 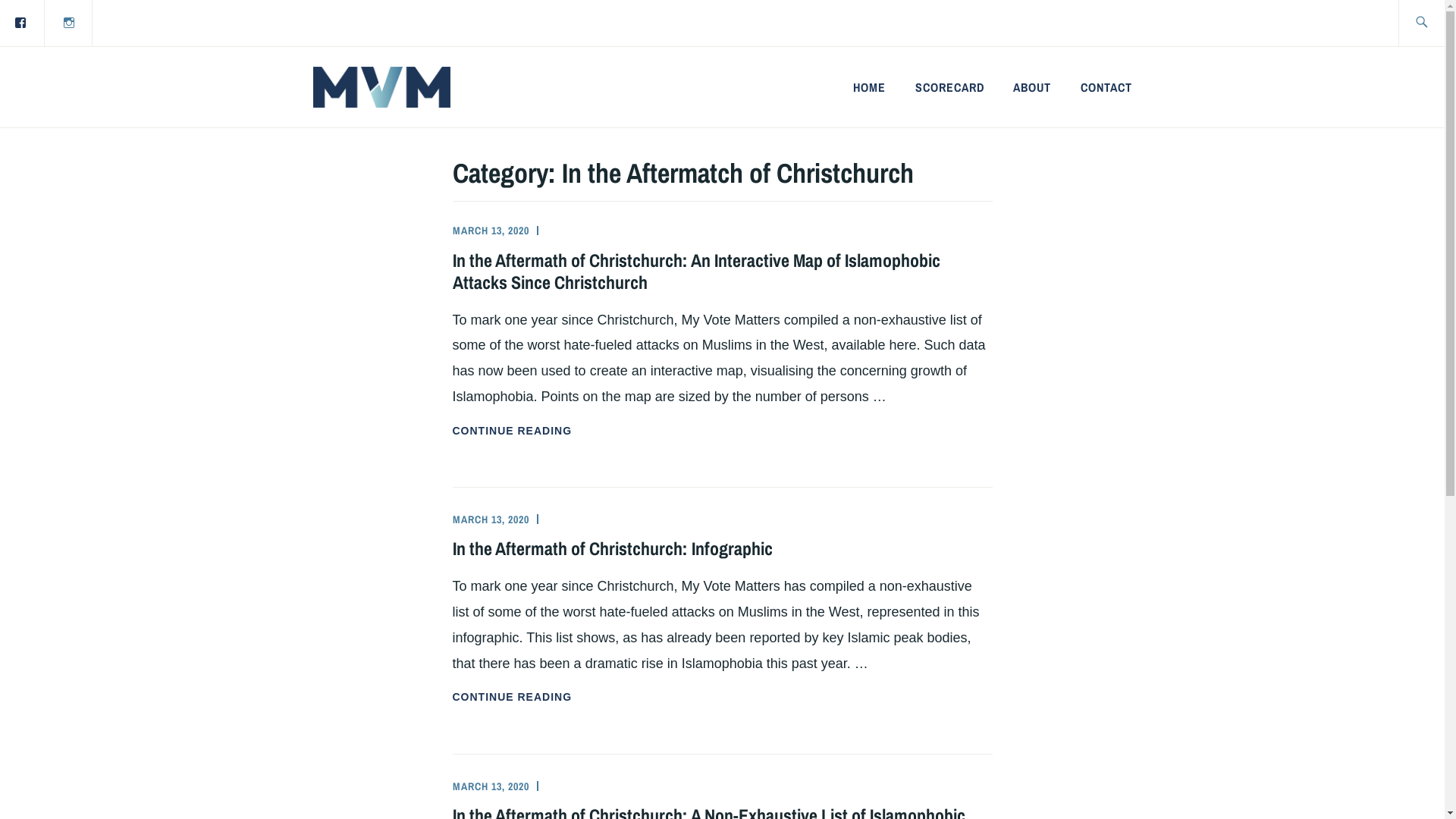 What do you see at coordinates (490, 231) in the screenshot?
I see `'MARCH 13, 2020'` at bounding box center [490, 231].